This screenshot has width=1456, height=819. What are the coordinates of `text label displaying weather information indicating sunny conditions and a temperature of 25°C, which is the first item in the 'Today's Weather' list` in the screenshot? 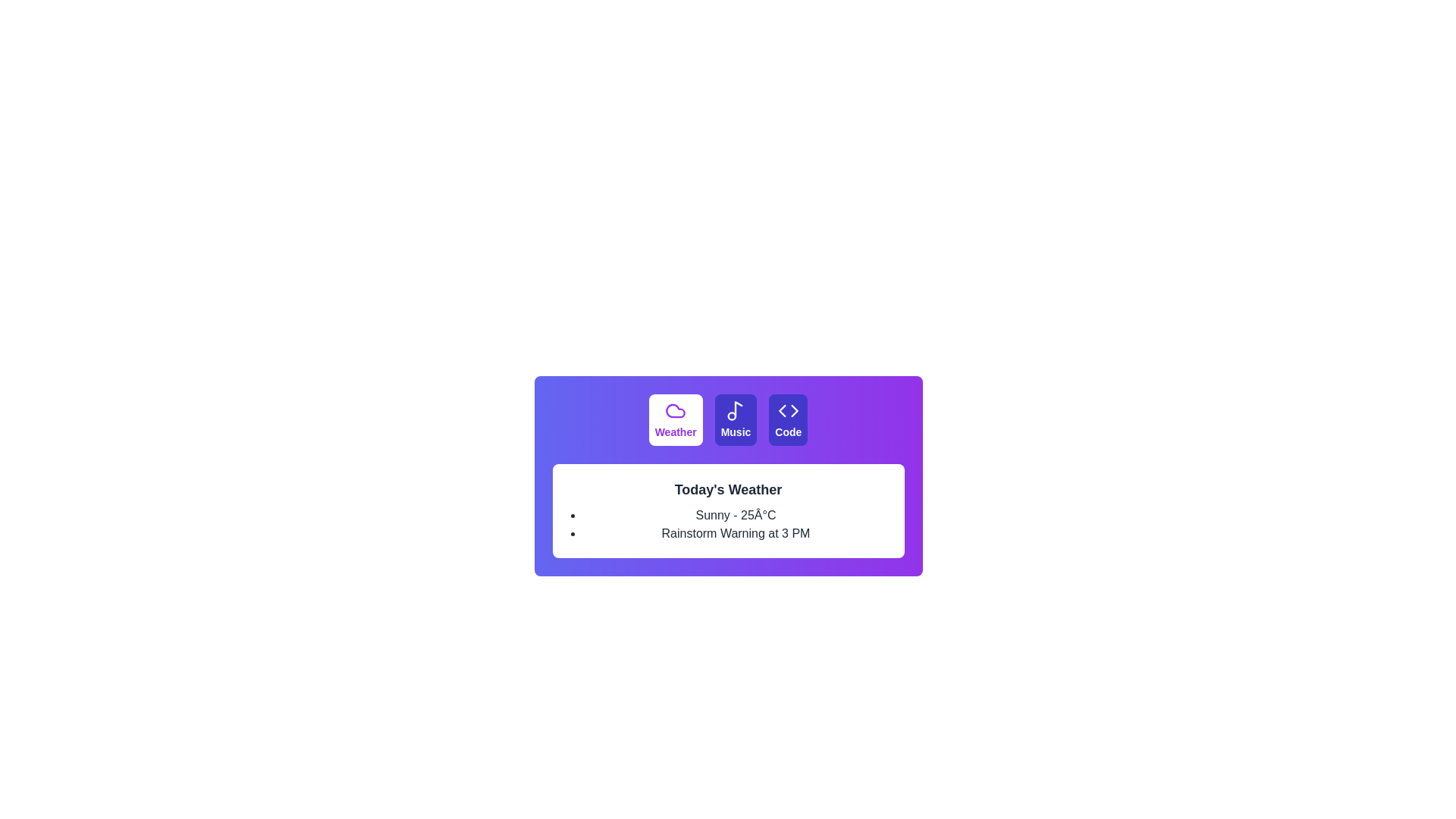 It's located at (736, 514).